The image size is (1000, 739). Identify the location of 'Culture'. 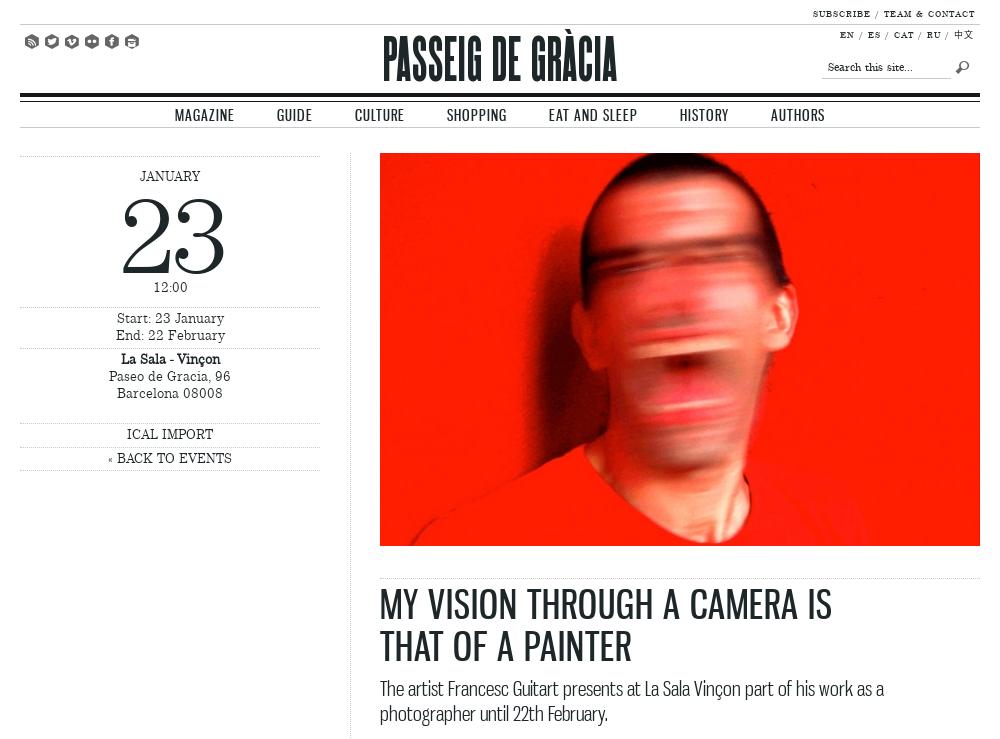
(380, 114).